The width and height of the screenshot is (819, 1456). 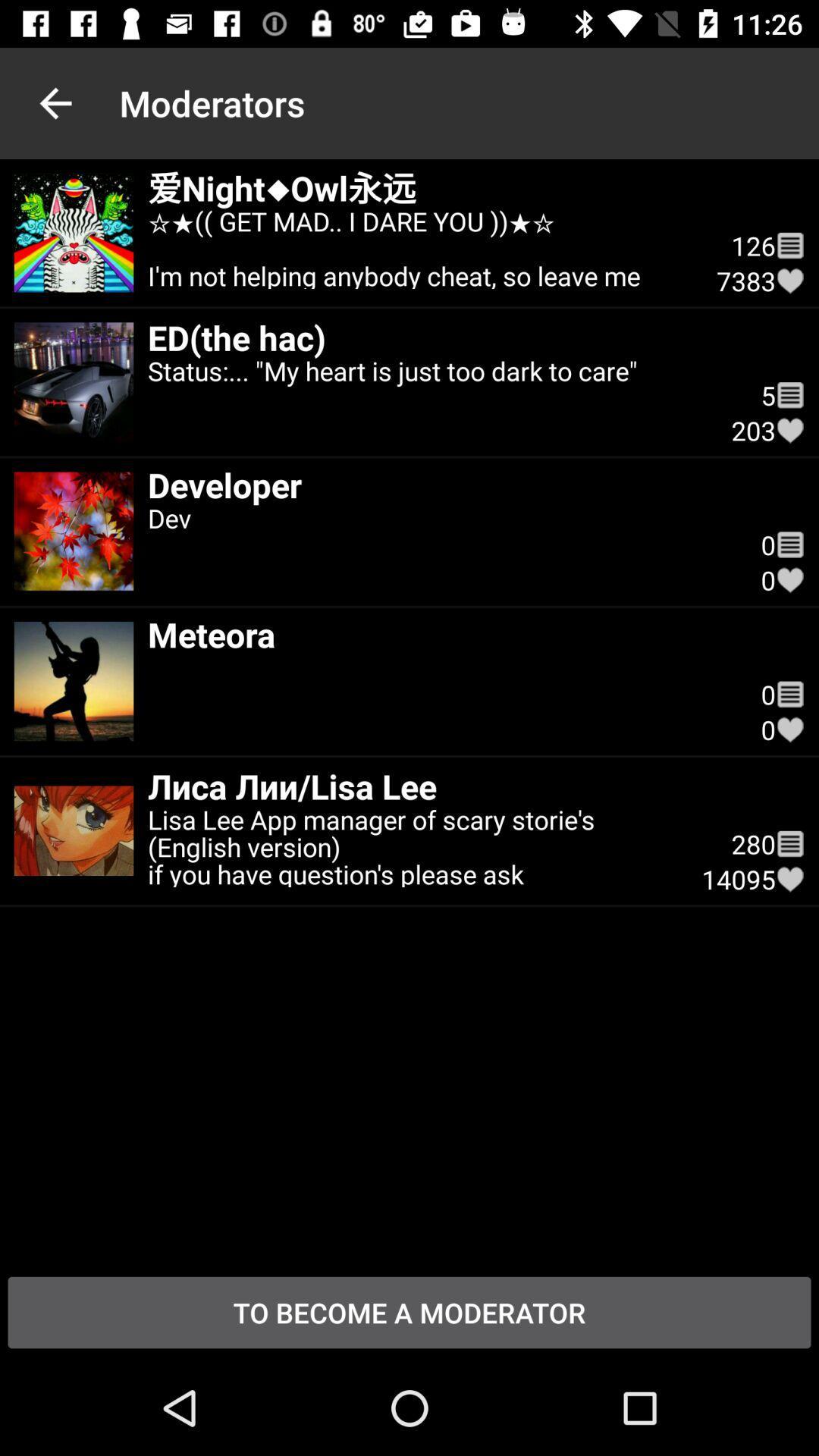 I want to click on icon next to the moderators app, so click(x=55, y=102).